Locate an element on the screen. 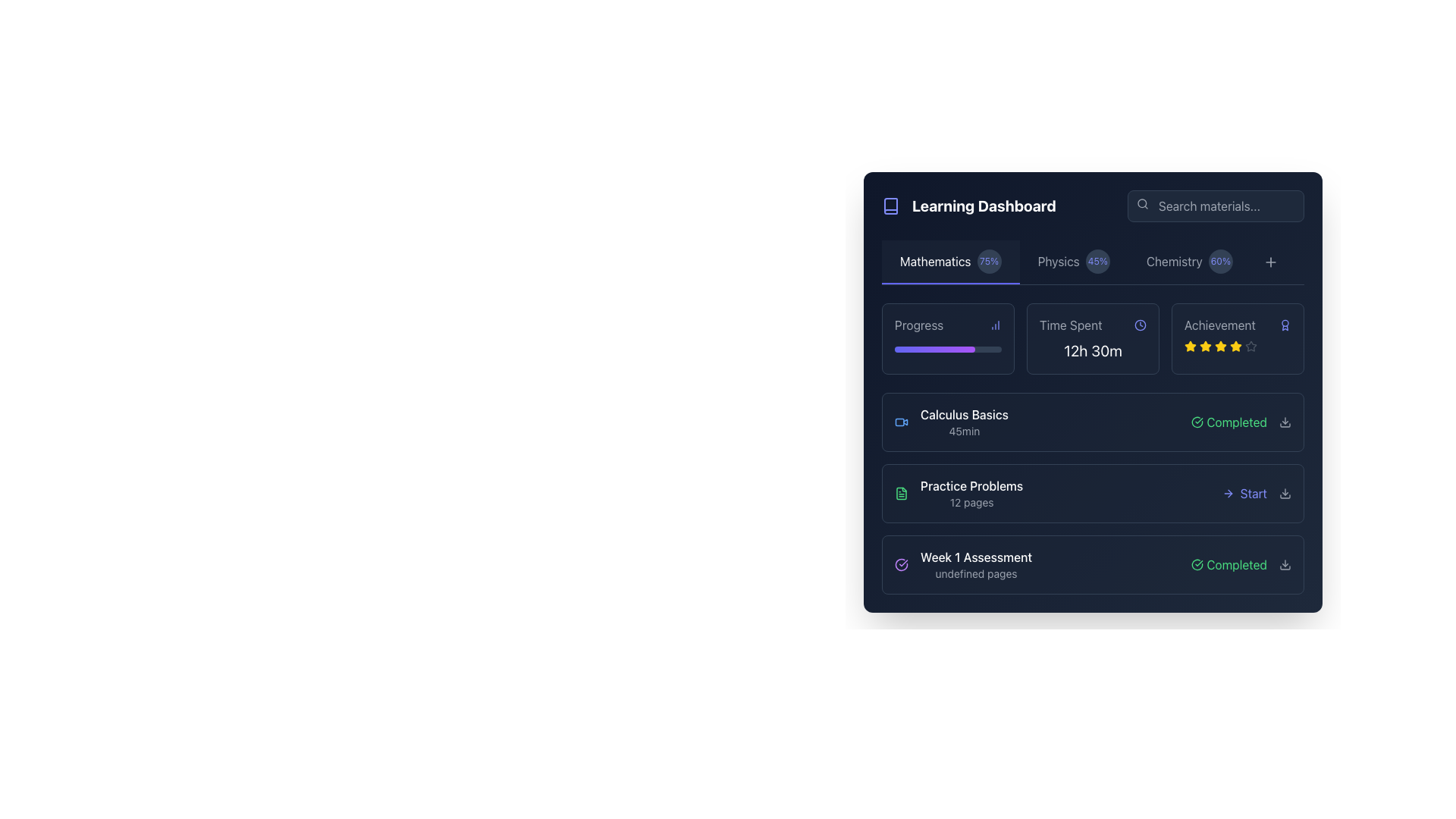 This screenshot has width=1456, height=819. the 'Chemistry' text label, which is the third item in a horizontal list of topics is located at coordinates (1173, 260).